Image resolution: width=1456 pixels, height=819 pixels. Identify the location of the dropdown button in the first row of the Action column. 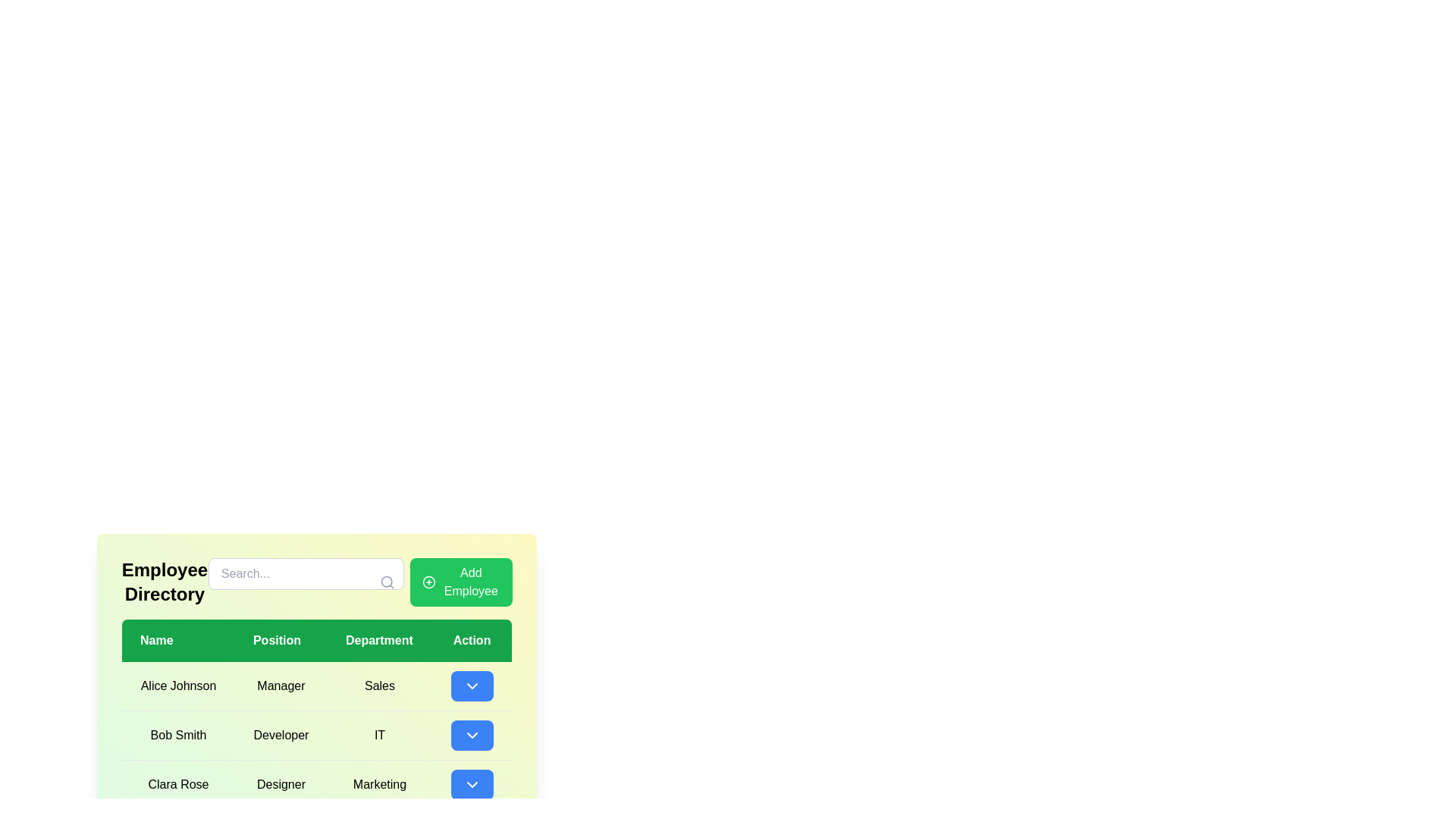
(471, 686).